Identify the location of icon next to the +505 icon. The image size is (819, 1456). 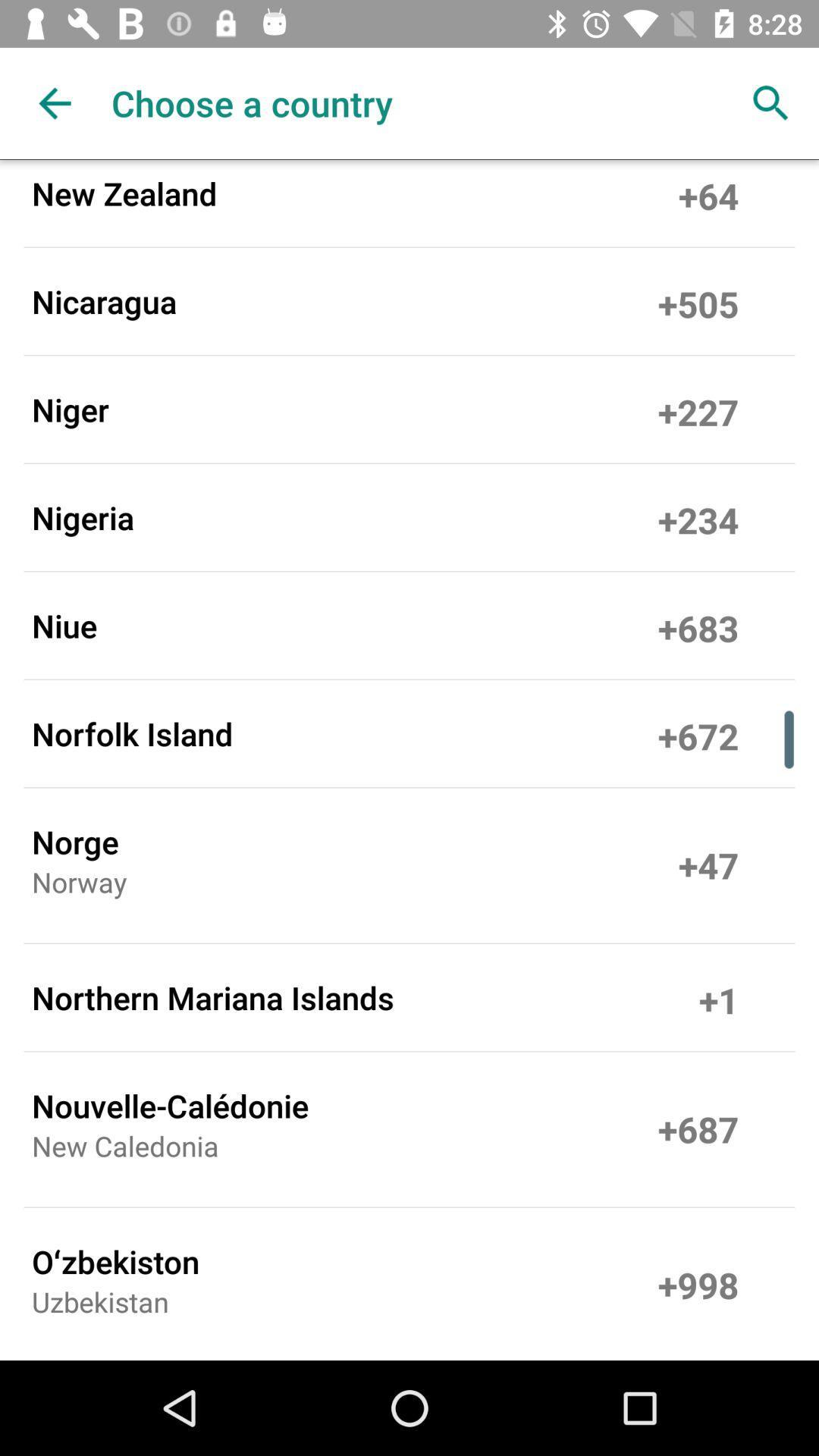
(103, 301).